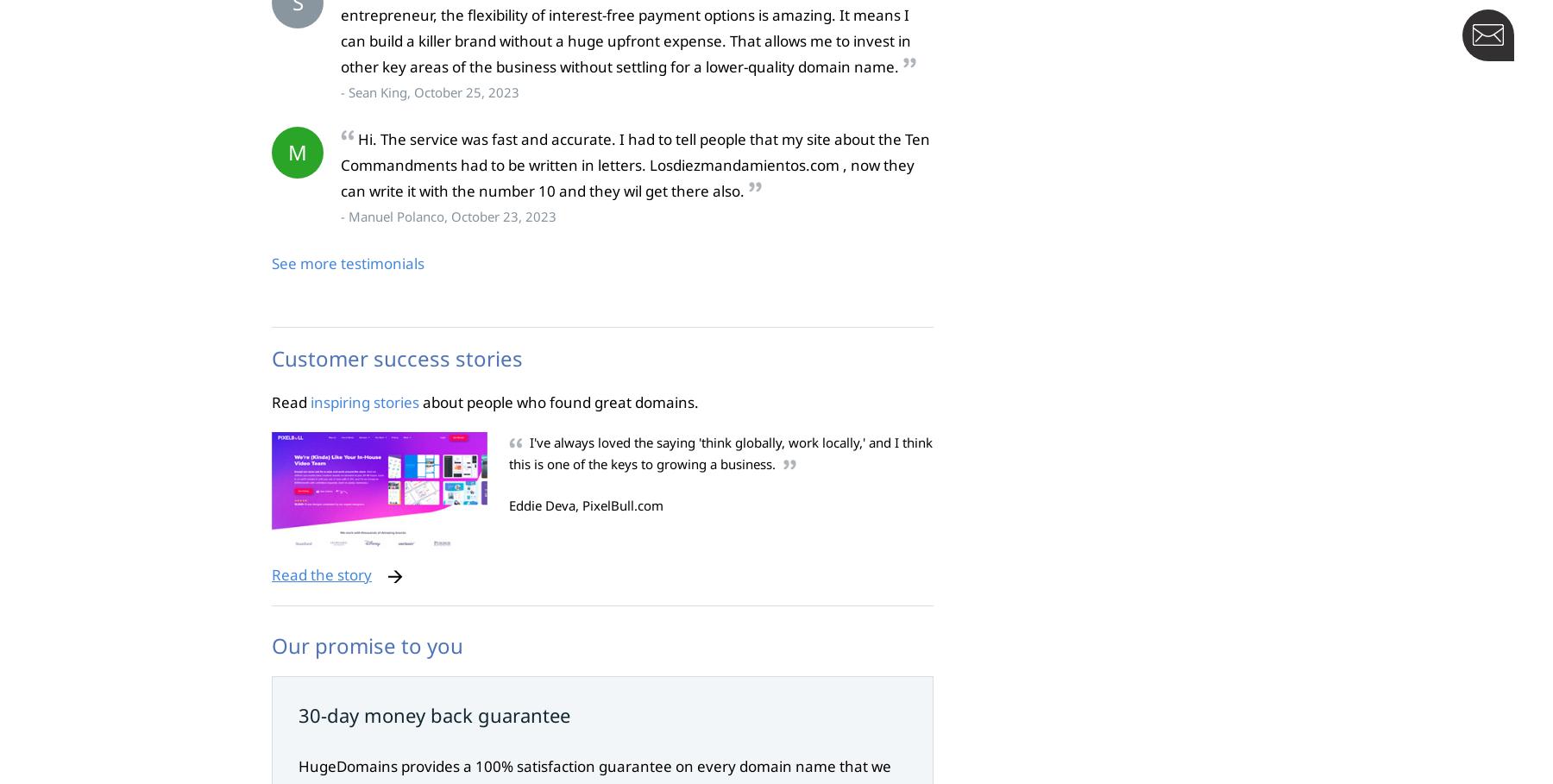 Image resolution: width=1553 pixels, height=784 pixels. What do you see at coordinates (396, 358) in the screenshot?
I see `'Customer success stories'` at bounding box center [396, 358].